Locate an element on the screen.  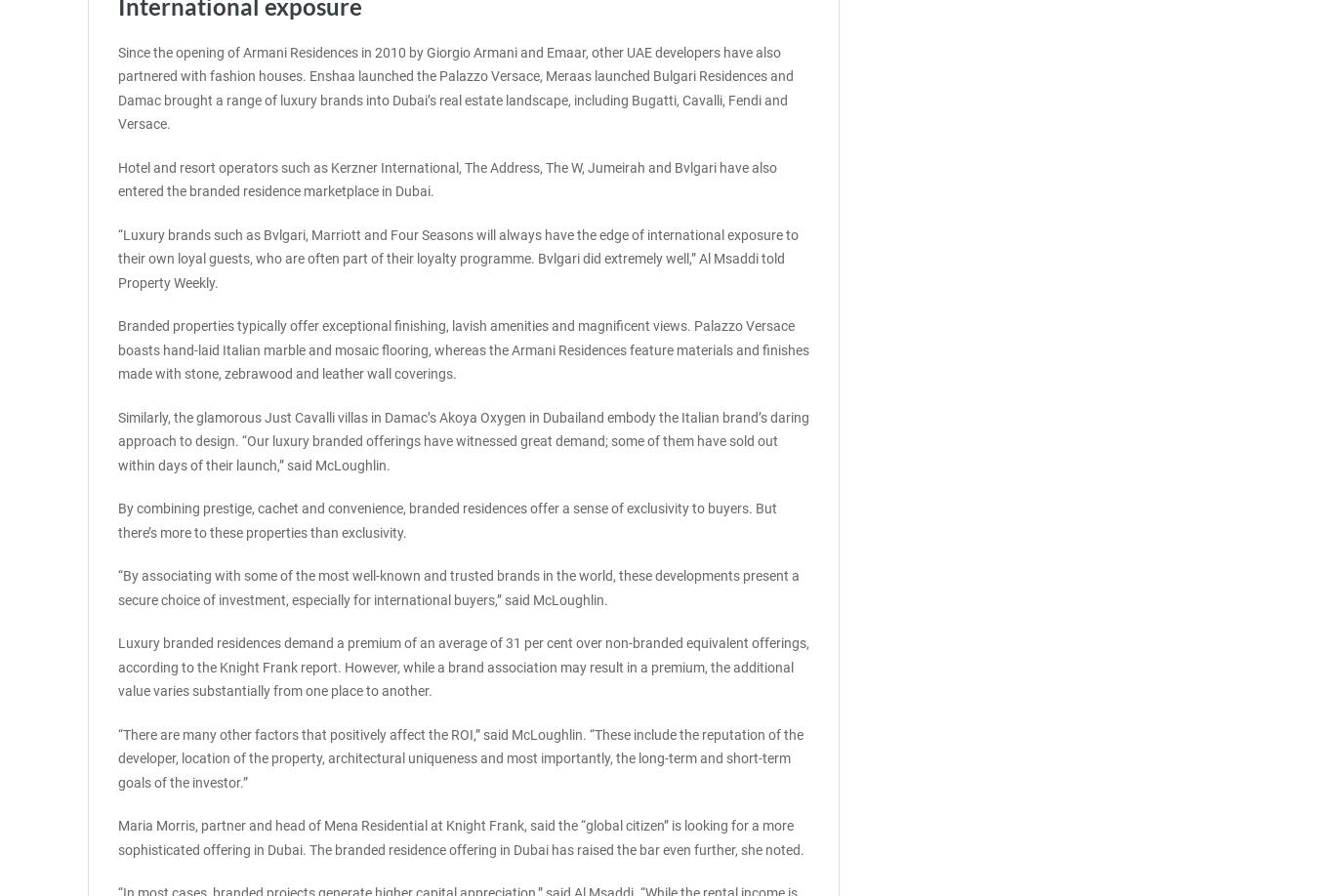
'Since the opening of Armani Residences in 2010 by Giorgio Armani and Emaar, other UAE developers have also partnered with fashion houses. Enshaa launched the Palazzo Versace, Meraas launched Bulgari Residences and Damac brought a range of luxury brands into Dubai’s real estate landscape, including Bugatti, Cavalli, Fendi and Versace.' is located at coordinates (454, 86).